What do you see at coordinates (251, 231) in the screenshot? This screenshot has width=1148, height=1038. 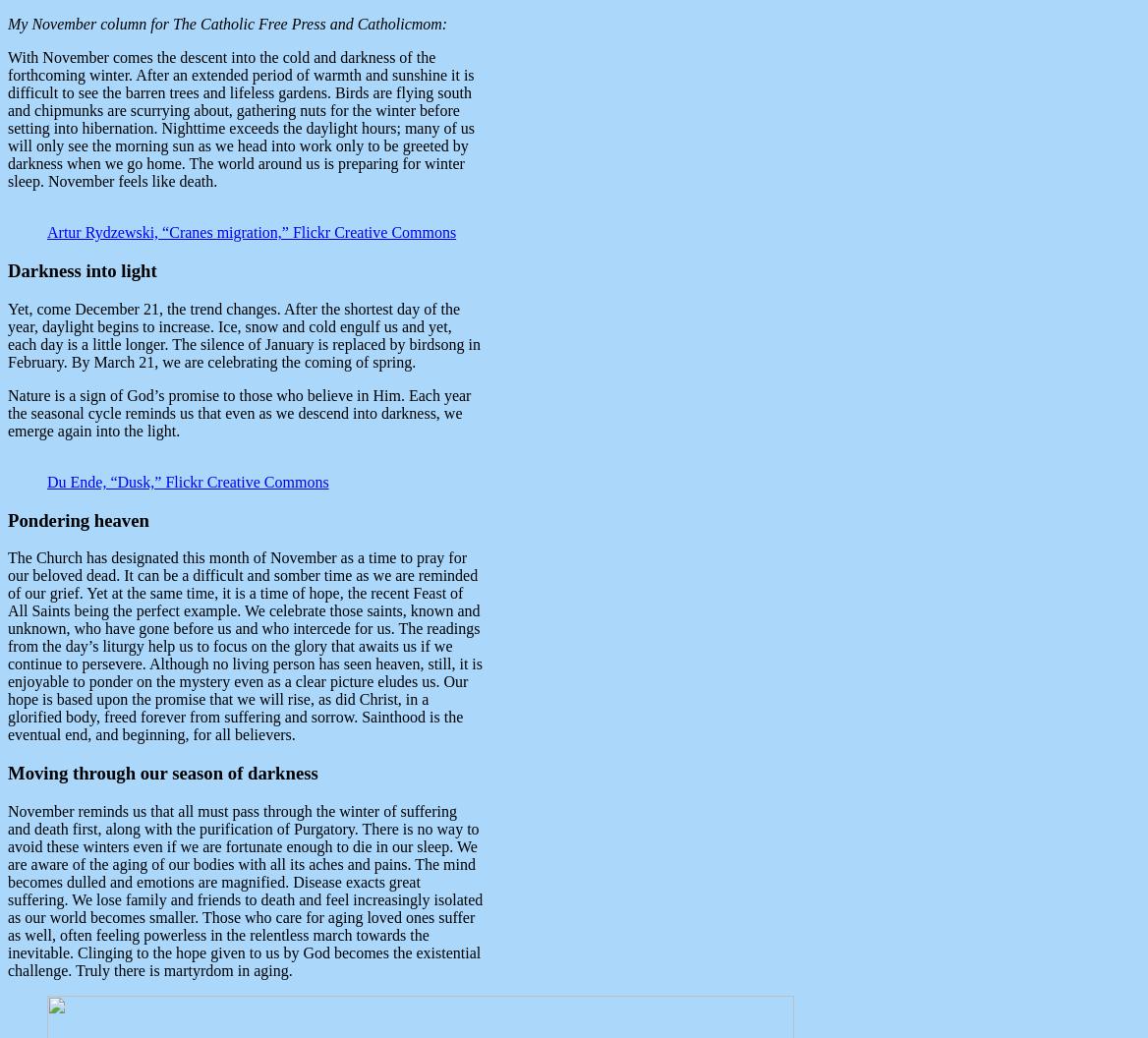 I see `'Artur Rydzewski, “Cranes migration,” Flickr Creative Commons'` at bounding box center [251, 231].